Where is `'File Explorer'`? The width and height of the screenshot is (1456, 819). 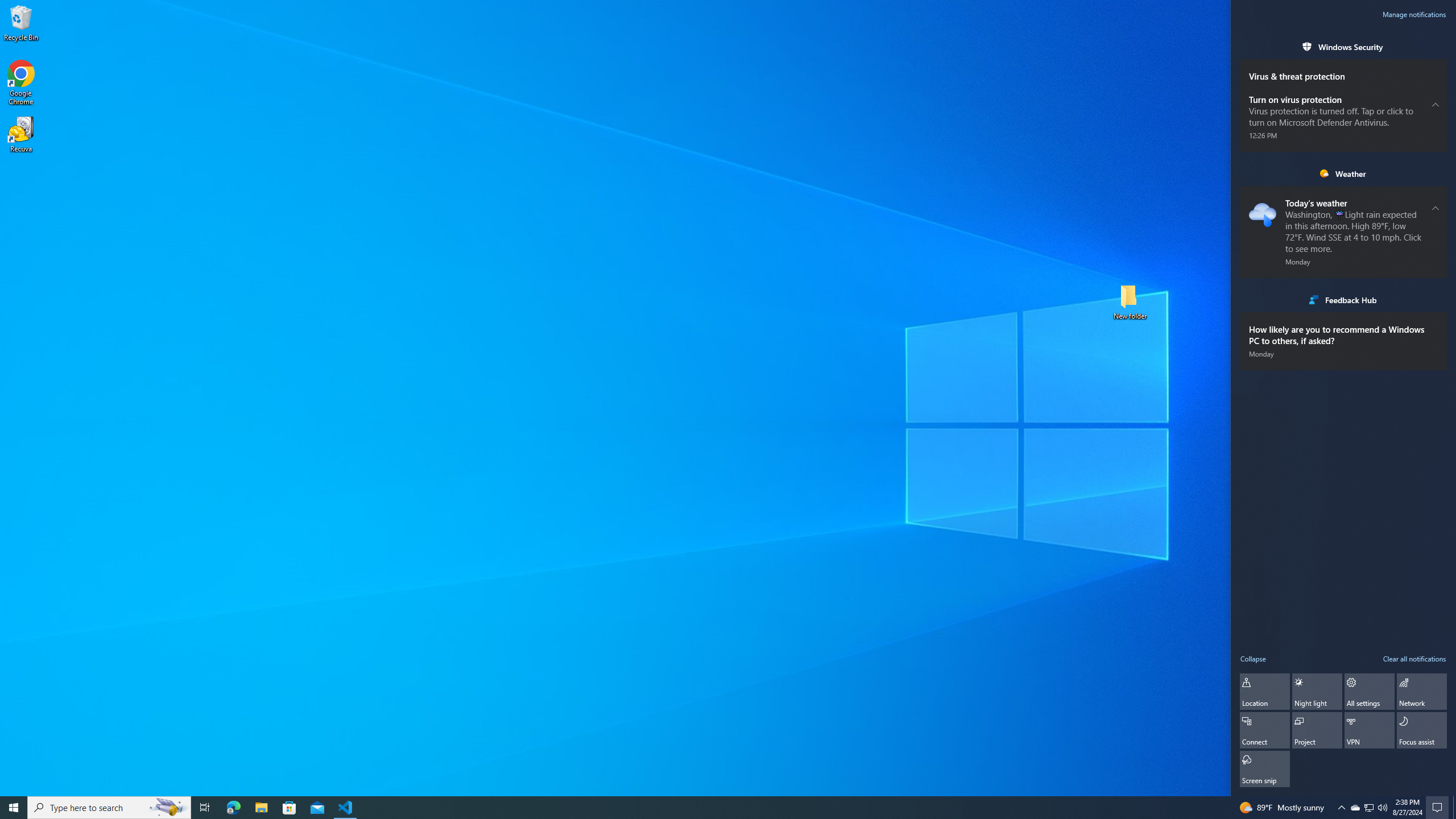
'File Explorer' is located at coordinates (260, 806).